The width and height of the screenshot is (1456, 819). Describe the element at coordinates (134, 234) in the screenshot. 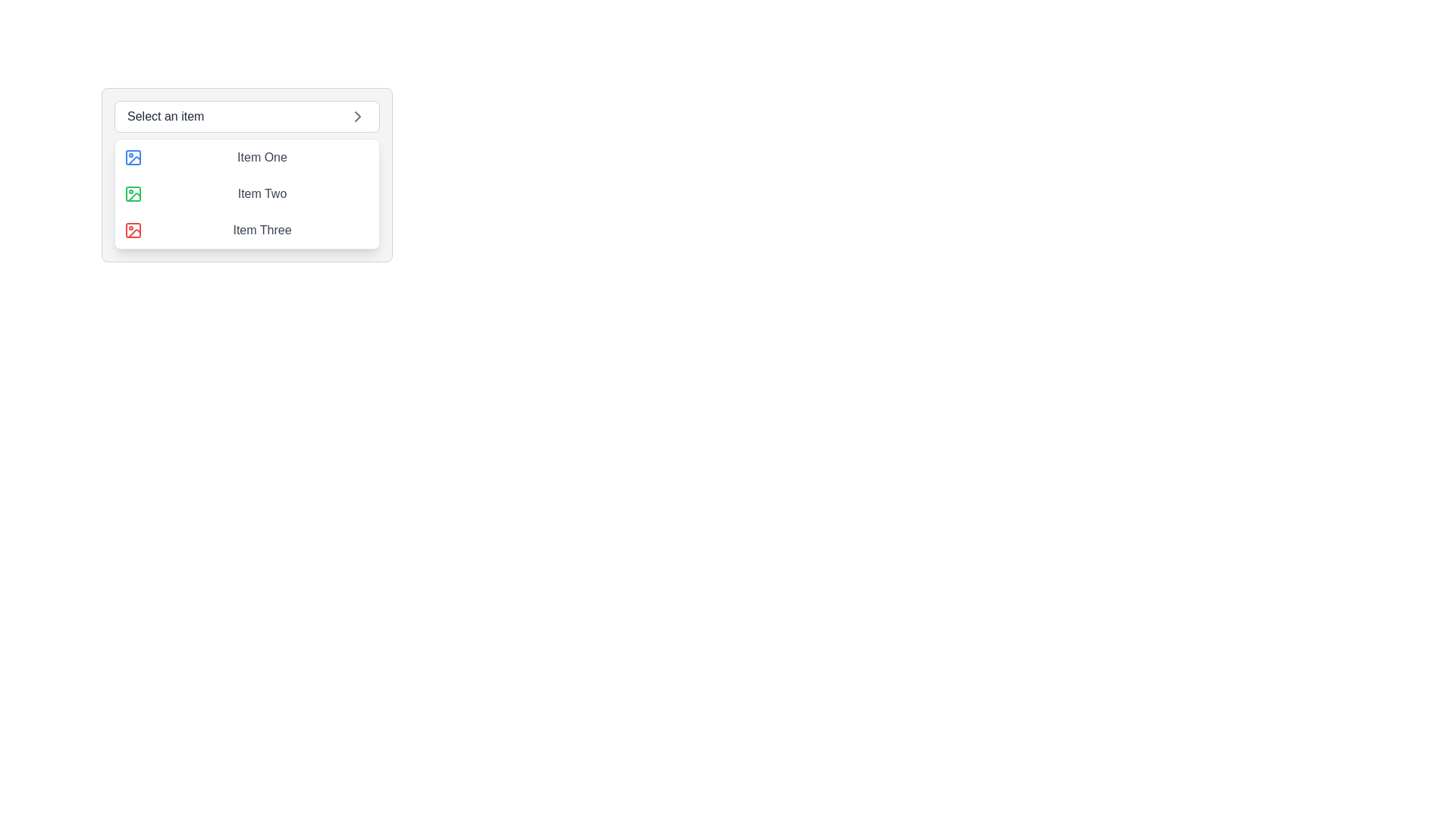

I see `the icon representing 'Item Three' in the dropdown menu under the 'Select an item' label` at that location.